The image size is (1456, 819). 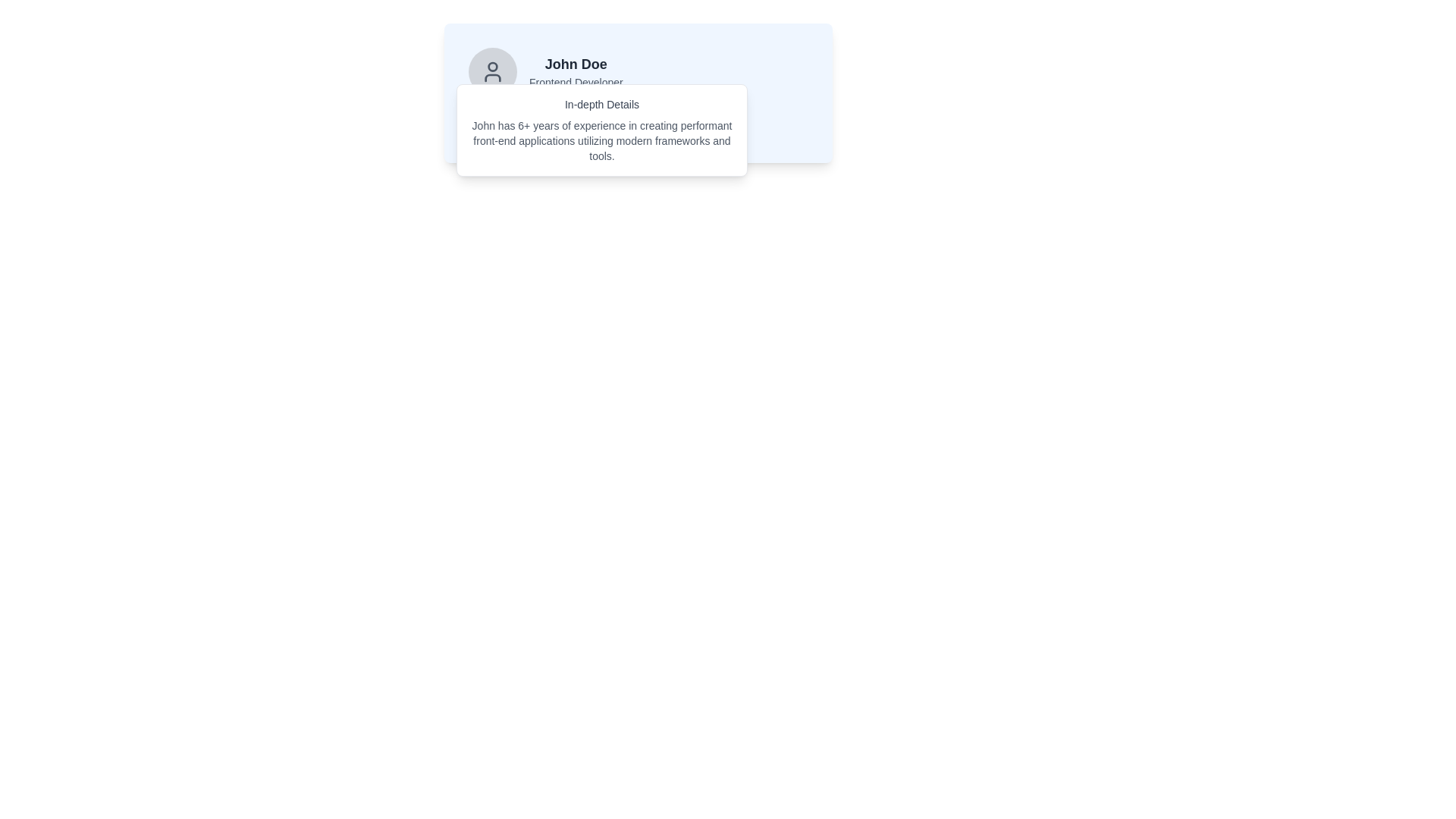 What do you see at coordinates (492, 66) in the screenshot?
I see `the circular head portion of the user icon, which is defined by an SVG circle tag and is located near the top center of the icon` at bounding box center [492, 66].